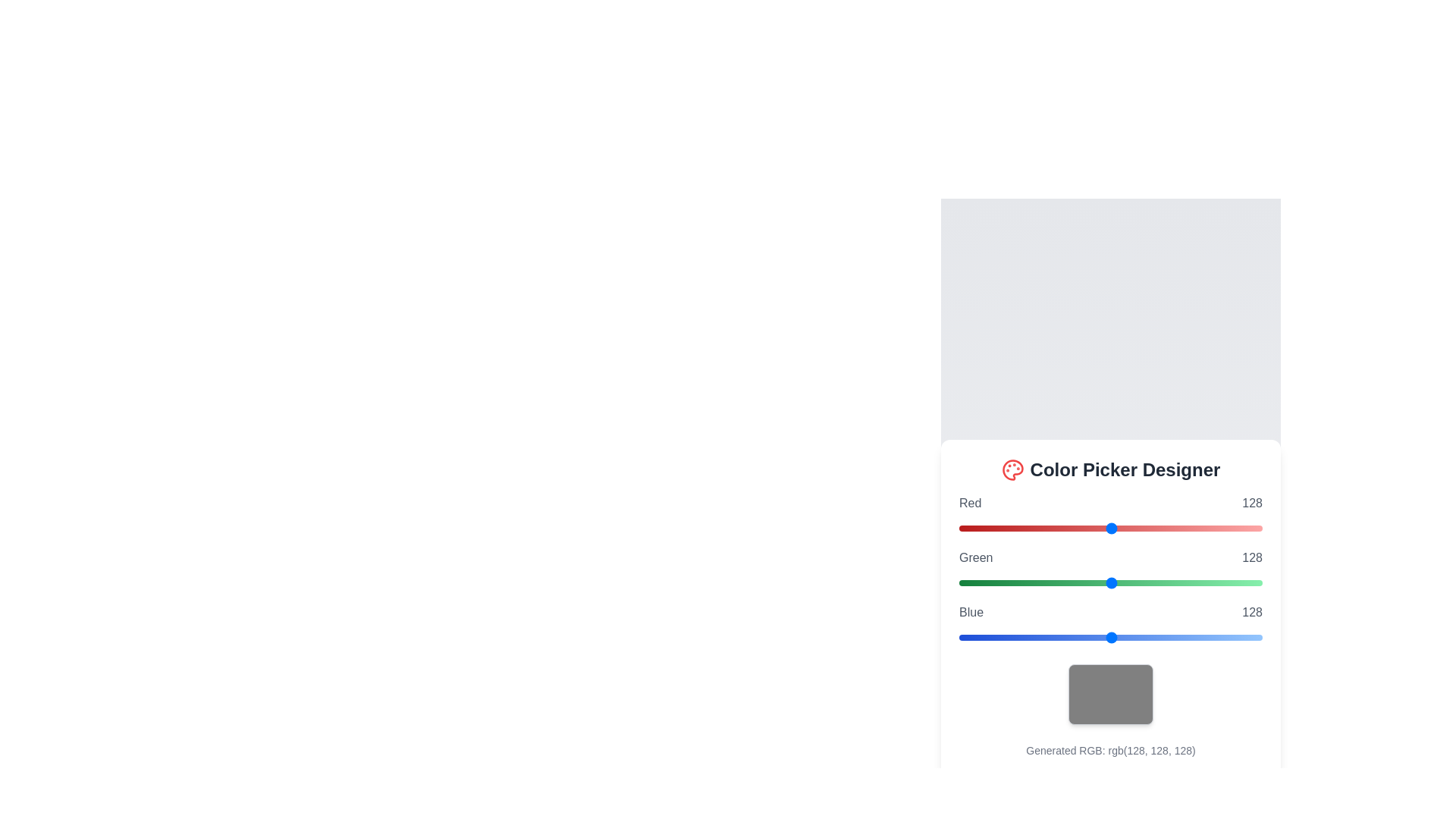 The image size is (1456, 819). What do you see at coordinates (1074, 637) in the screenshot?
I see `the blue slider to set its value to 97` at bounding box center [1074, 637].